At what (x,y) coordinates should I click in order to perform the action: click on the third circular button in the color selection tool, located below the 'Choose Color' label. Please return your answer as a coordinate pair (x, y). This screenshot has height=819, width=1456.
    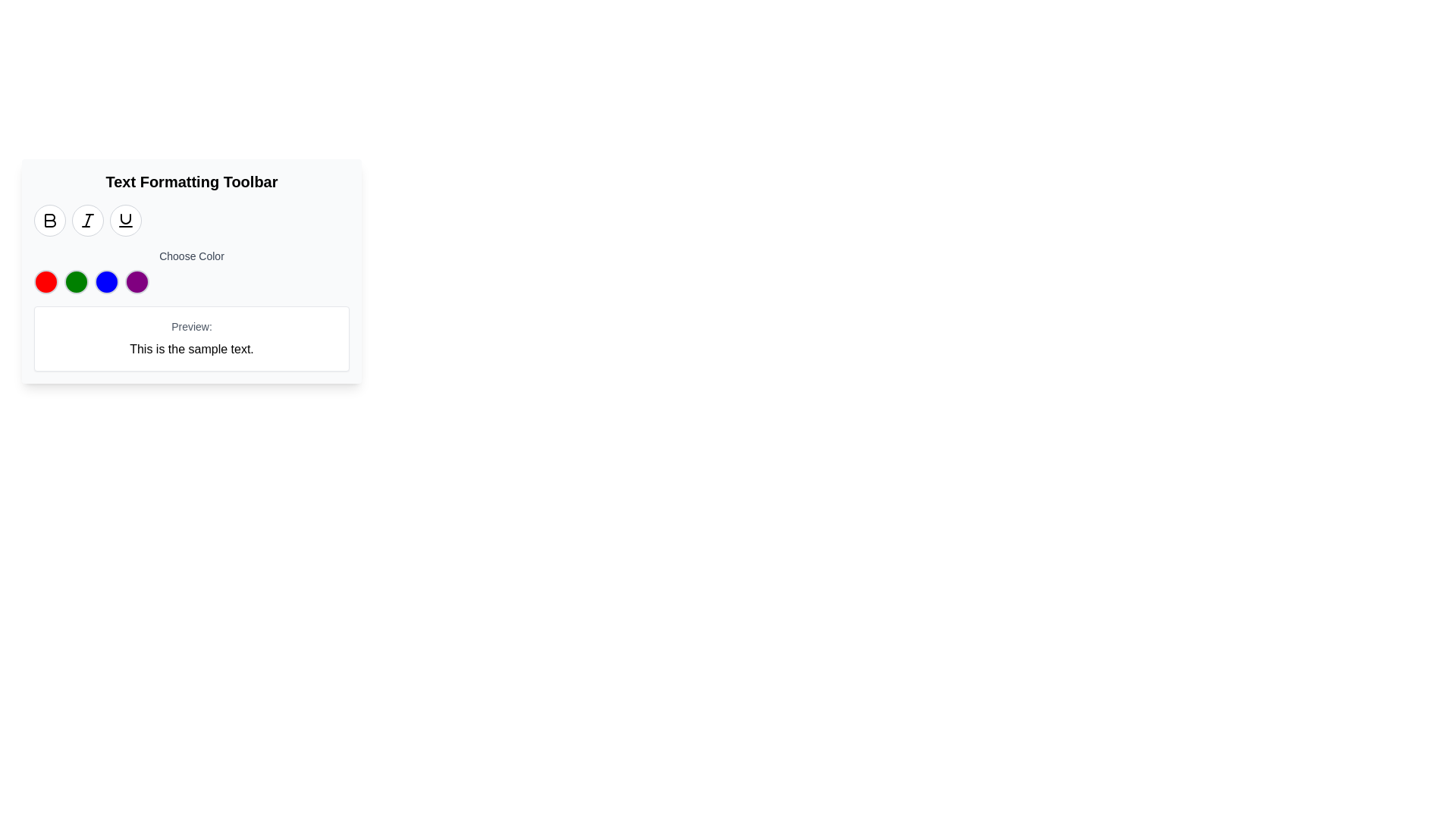
    Looking at the image, I should click on (105, 281).